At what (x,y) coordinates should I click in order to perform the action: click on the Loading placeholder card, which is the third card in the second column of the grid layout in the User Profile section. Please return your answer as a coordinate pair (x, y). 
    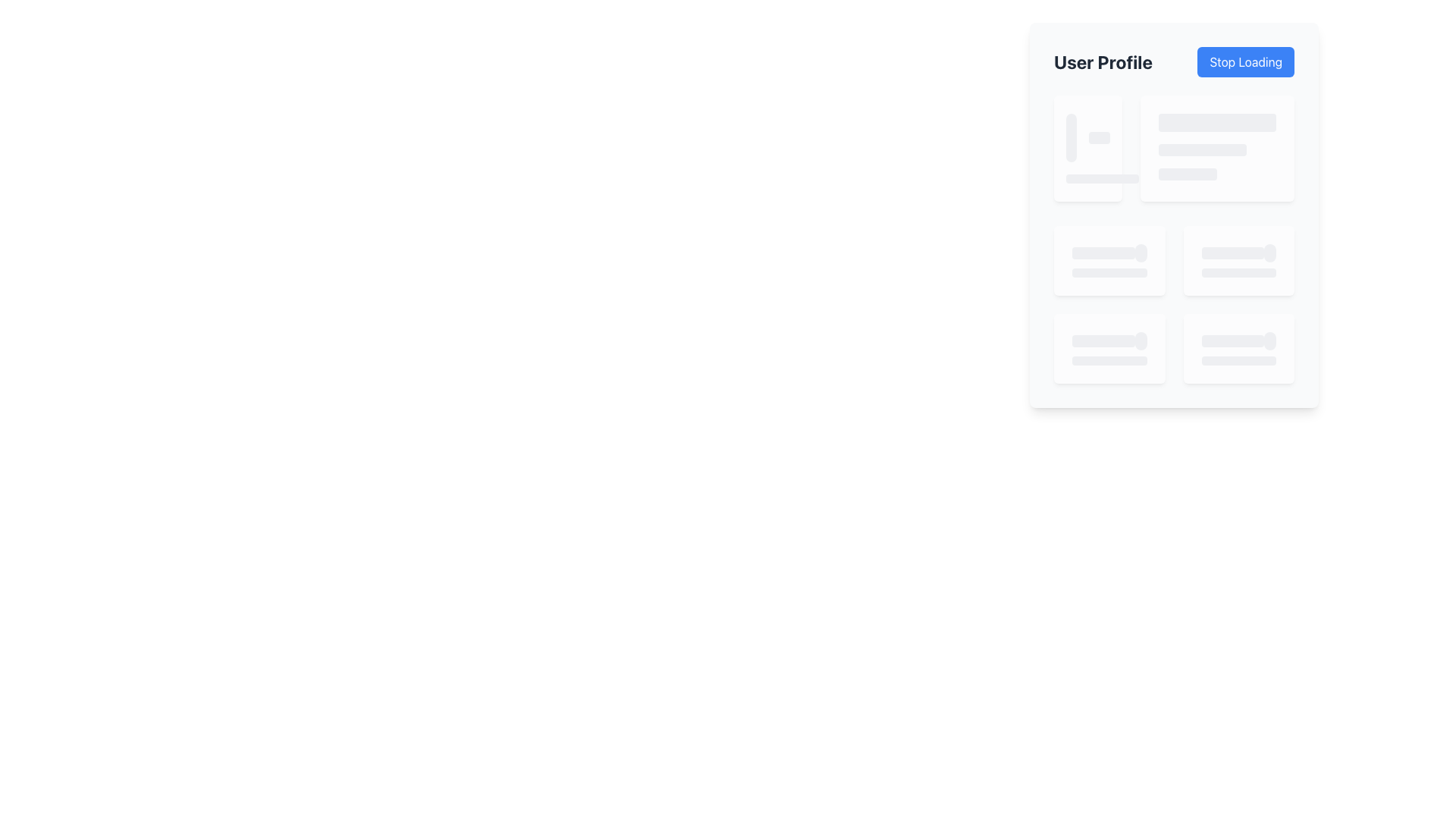
    Looking at the image, I should click on (1238, 259).